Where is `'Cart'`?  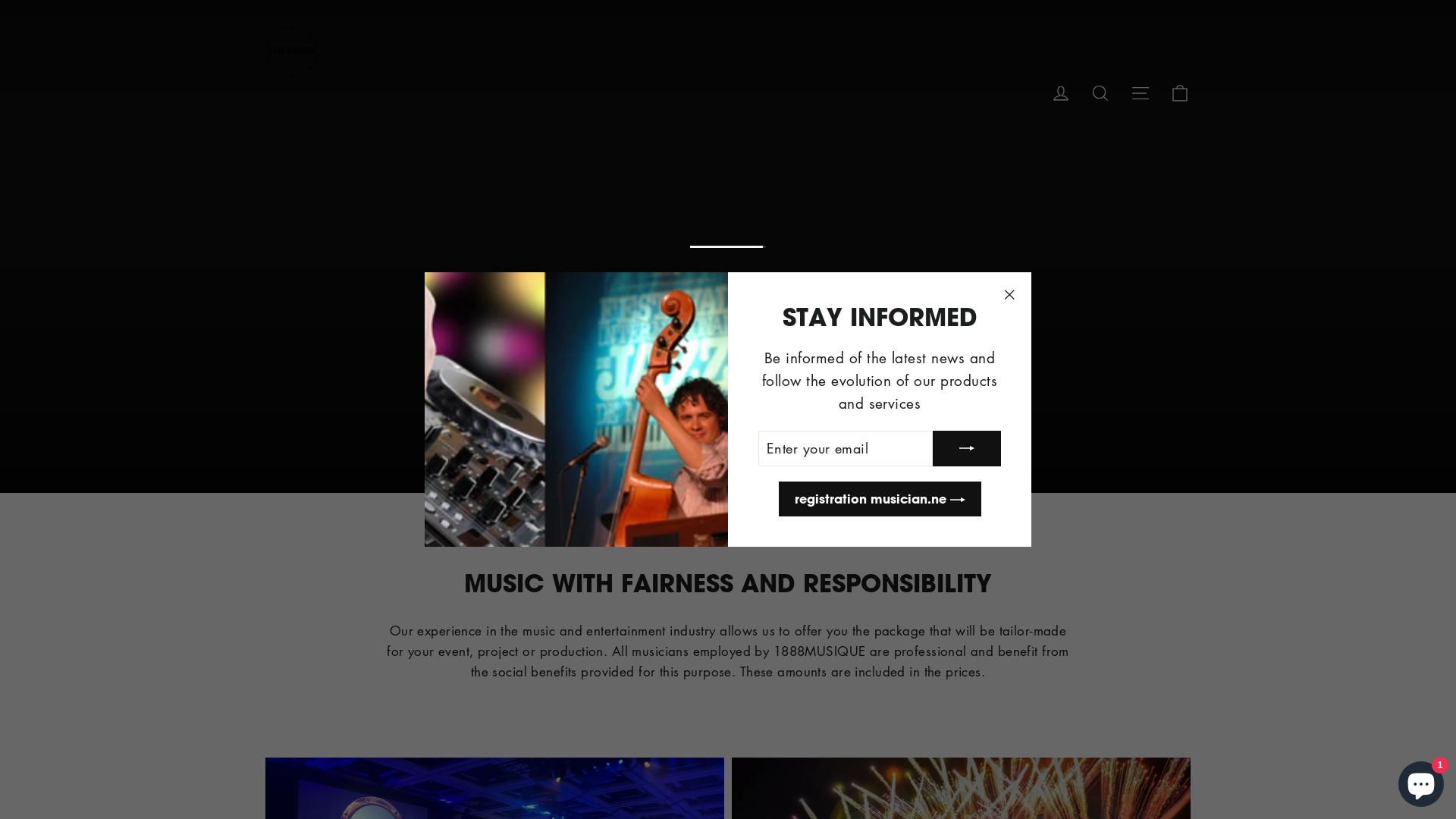
'Cart' is located at coordinates (1178, 91).